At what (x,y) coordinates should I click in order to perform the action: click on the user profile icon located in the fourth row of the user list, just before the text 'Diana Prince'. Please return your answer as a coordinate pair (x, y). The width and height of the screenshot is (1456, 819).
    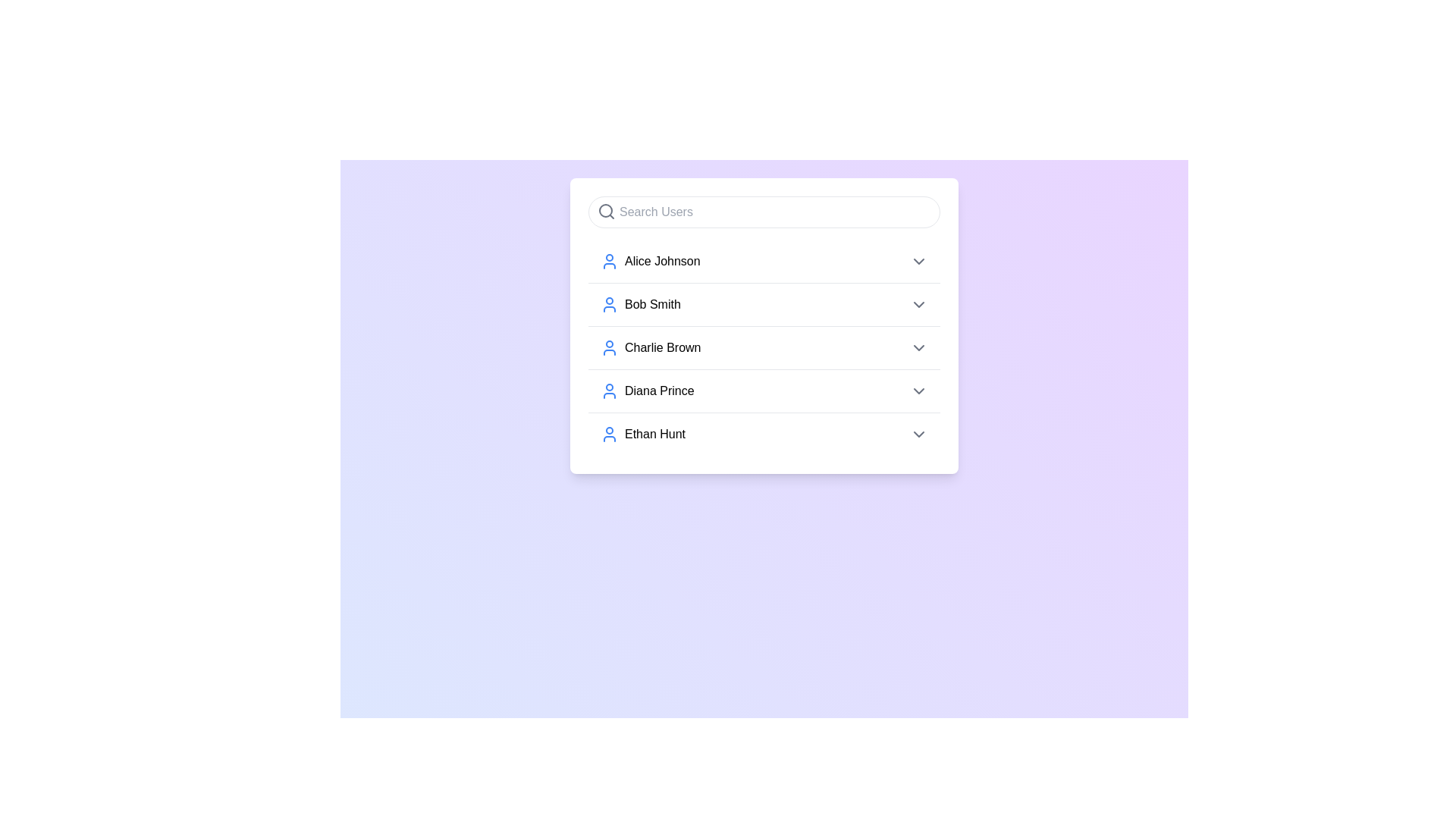
    Looking at the image, I should click on (610, 391).